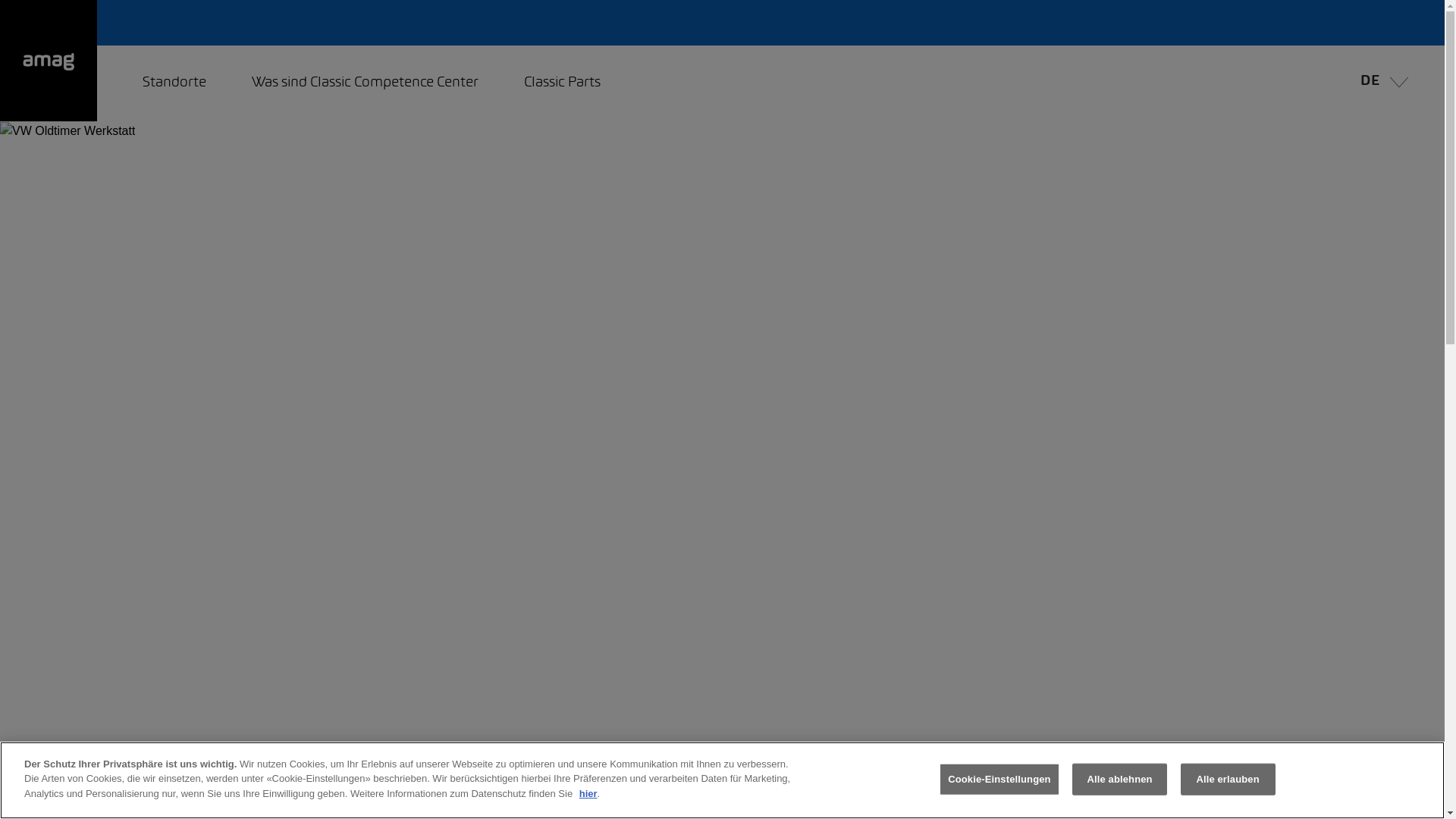  I want to click on 'Alle erlauben', so click(1179, 780).